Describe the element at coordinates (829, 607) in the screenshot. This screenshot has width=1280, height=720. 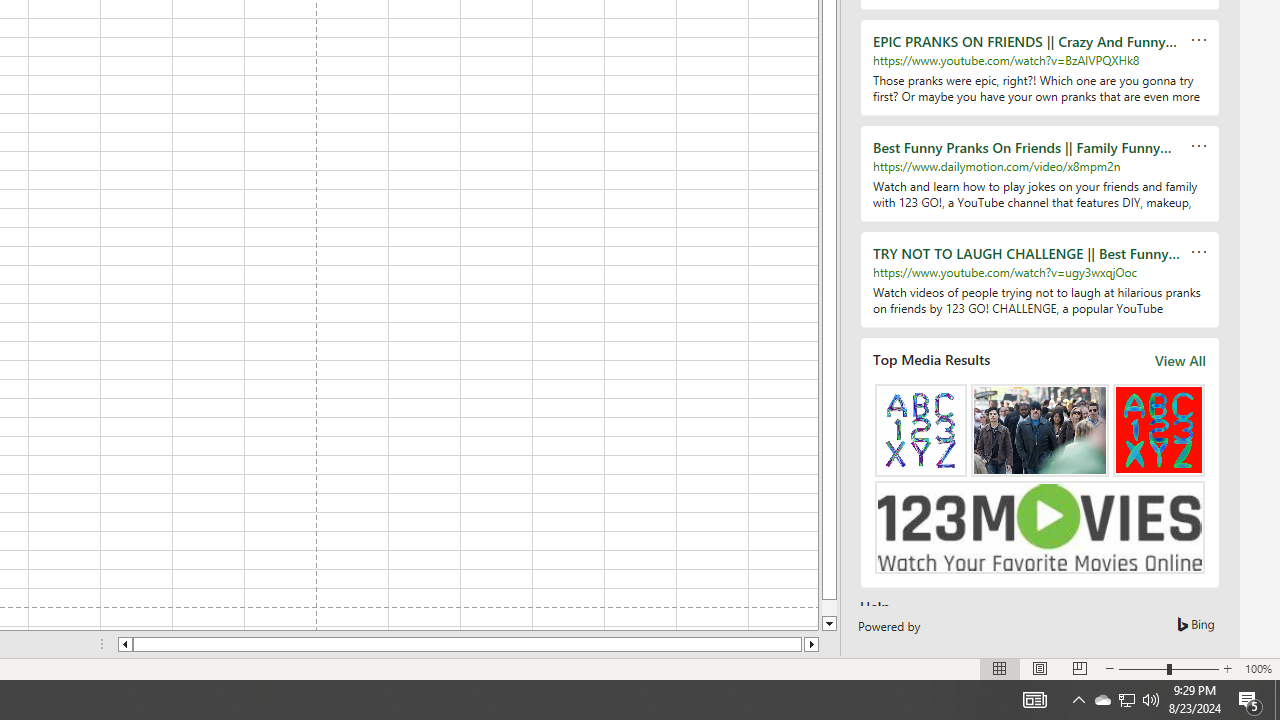
I see `'Page down'` at that location.